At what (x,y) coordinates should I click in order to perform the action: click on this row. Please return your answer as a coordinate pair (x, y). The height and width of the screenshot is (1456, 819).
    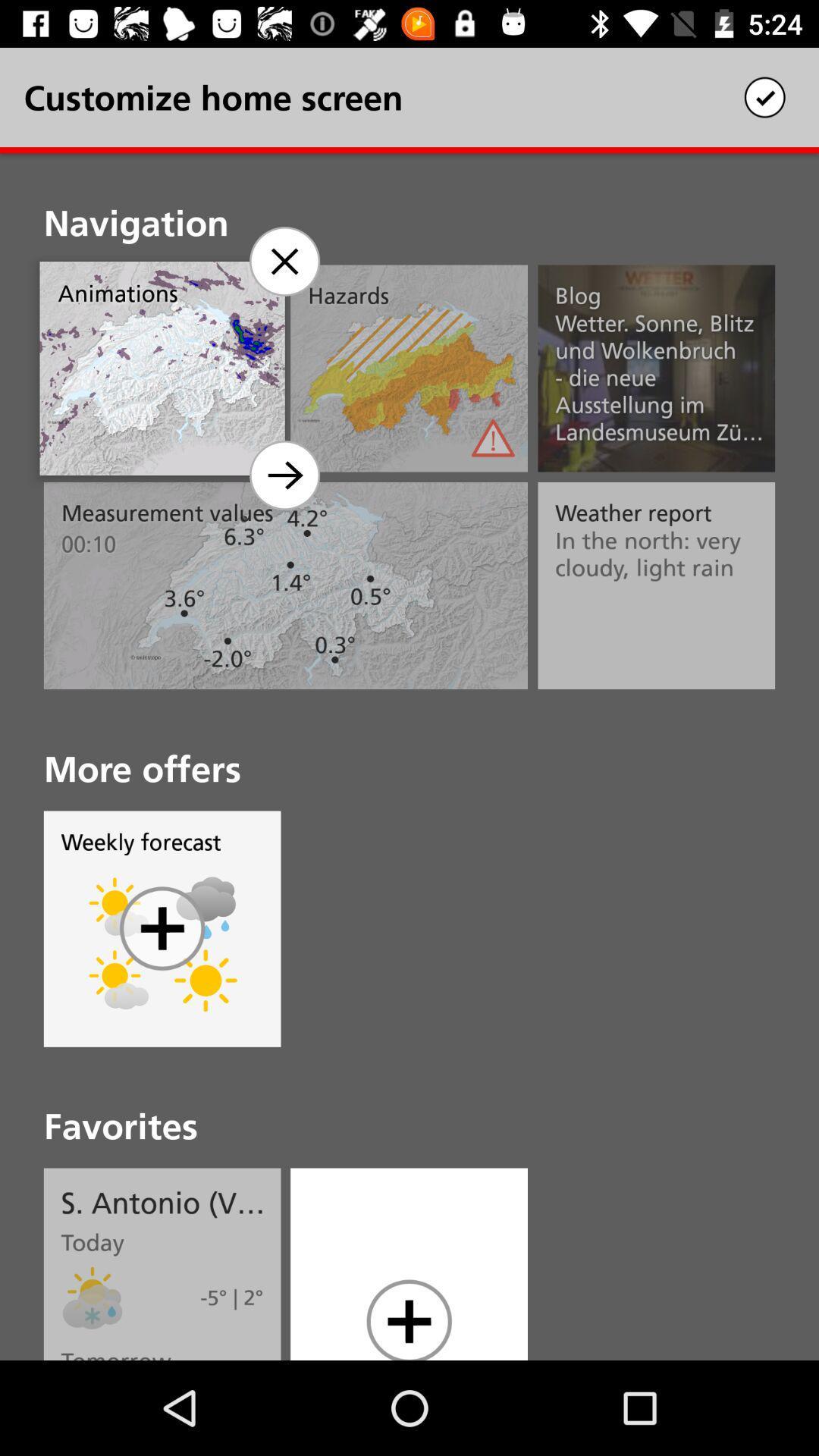
    Looking at the image, I should click on (284, 262).